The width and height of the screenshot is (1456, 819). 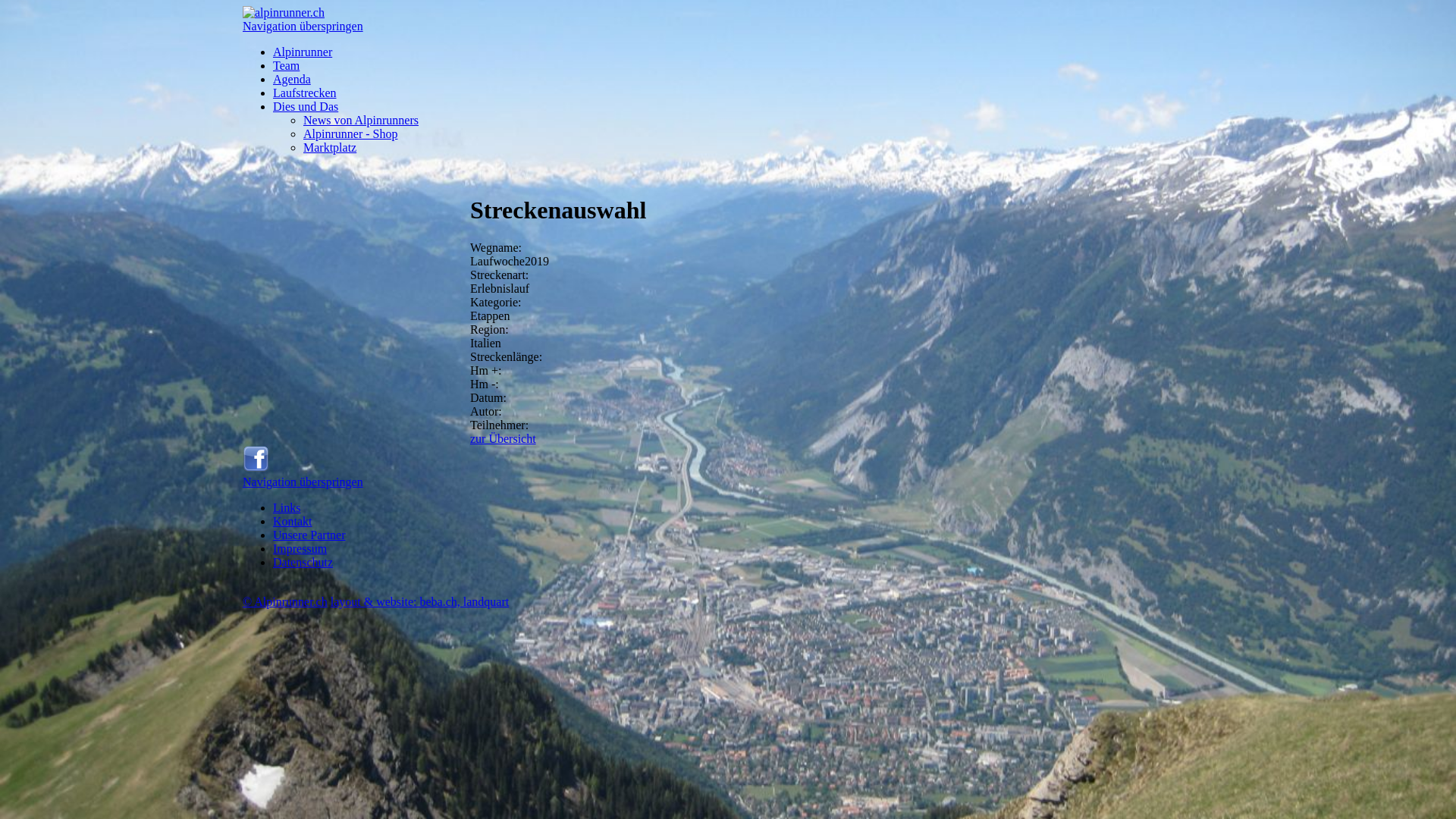 I want to click on 'Datenschutz', so click(x=303, y=562).